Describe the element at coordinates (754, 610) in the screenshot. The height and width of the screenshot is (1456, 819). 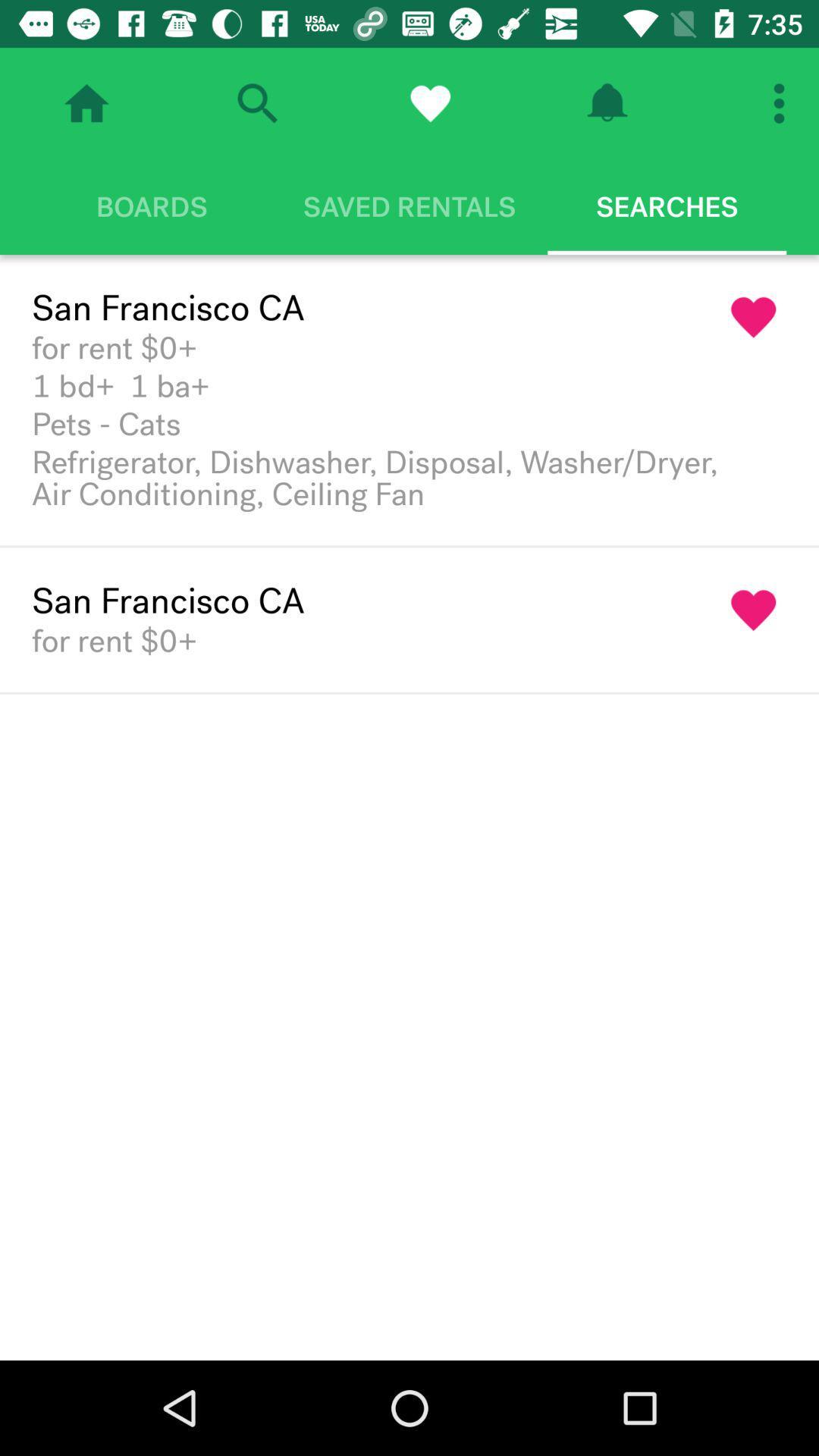
I see `love the listing` at that location.